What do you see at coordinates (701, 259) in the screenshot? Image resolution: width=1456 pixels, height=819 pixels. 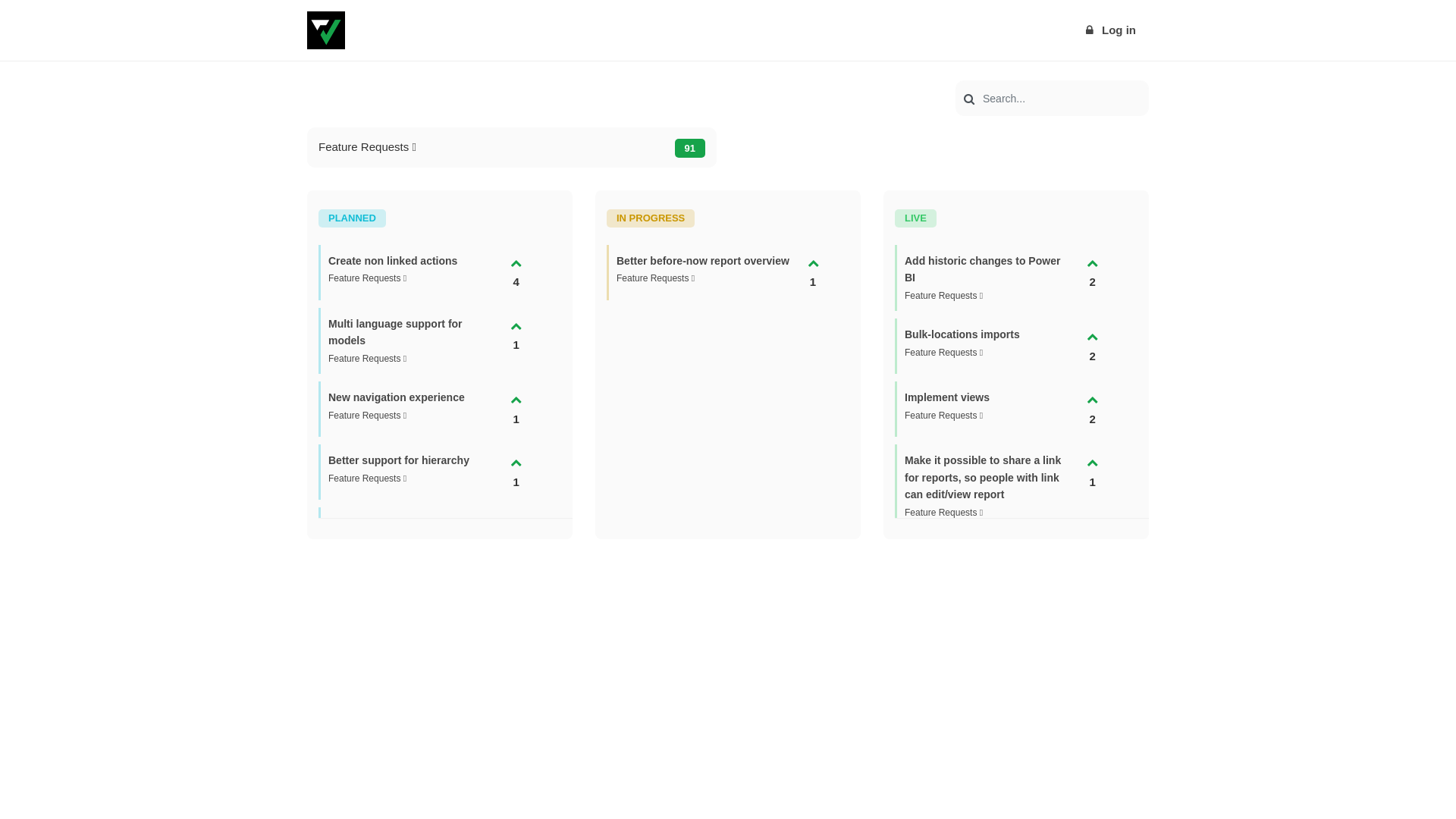 I see `'Better before-now report overview'` at bounding box center [701, 259].